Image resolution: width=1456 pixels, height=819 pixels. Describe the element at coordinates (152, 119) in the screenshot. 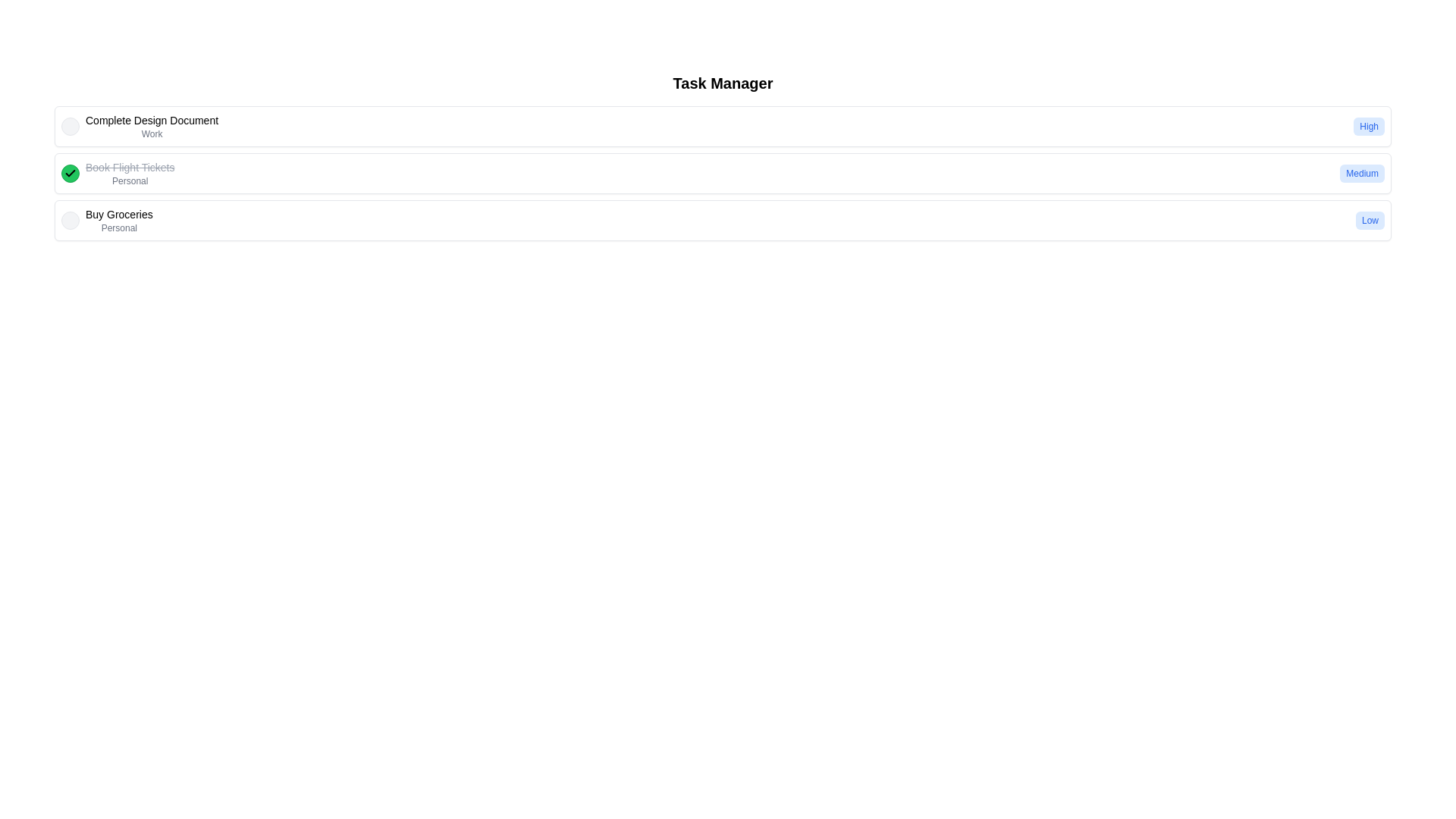

I see `the text label that describes the task 'Complete Design Document', which is positioned above the secondary text 'Work' in the first task row of the vertical list layout` at that location.